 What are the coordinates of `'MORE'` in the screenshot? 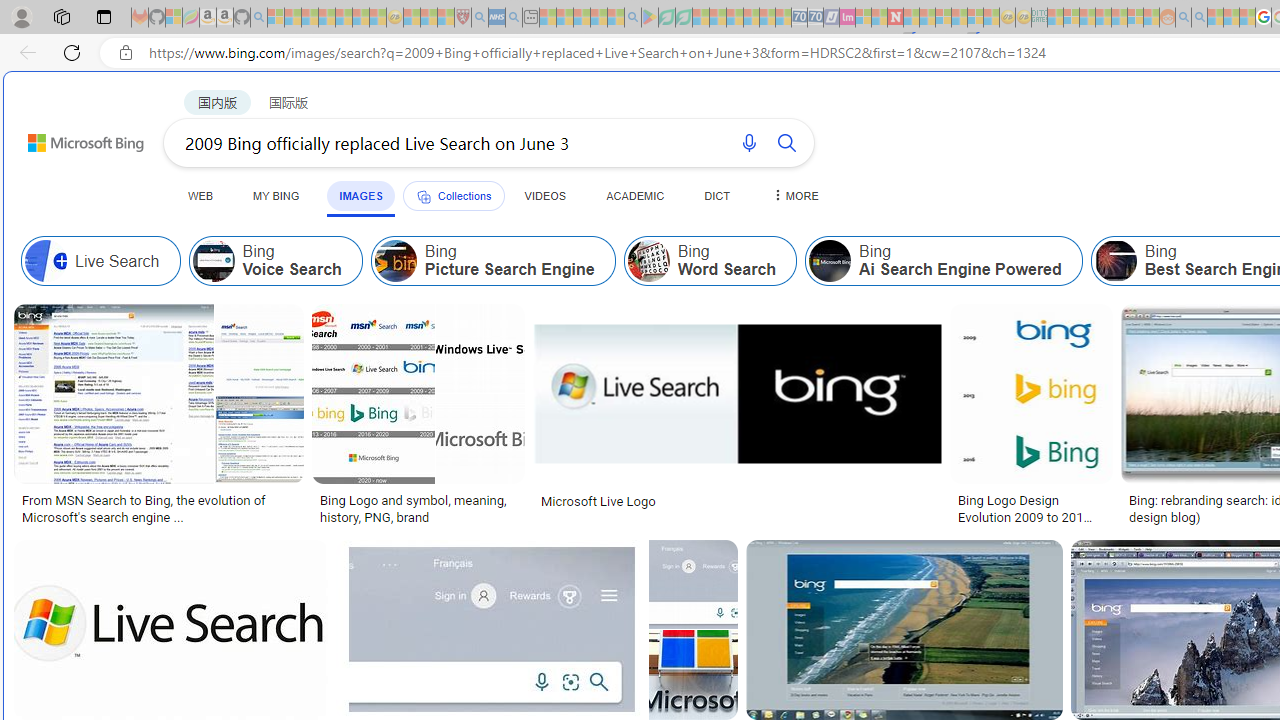 It's located at (792, 195).